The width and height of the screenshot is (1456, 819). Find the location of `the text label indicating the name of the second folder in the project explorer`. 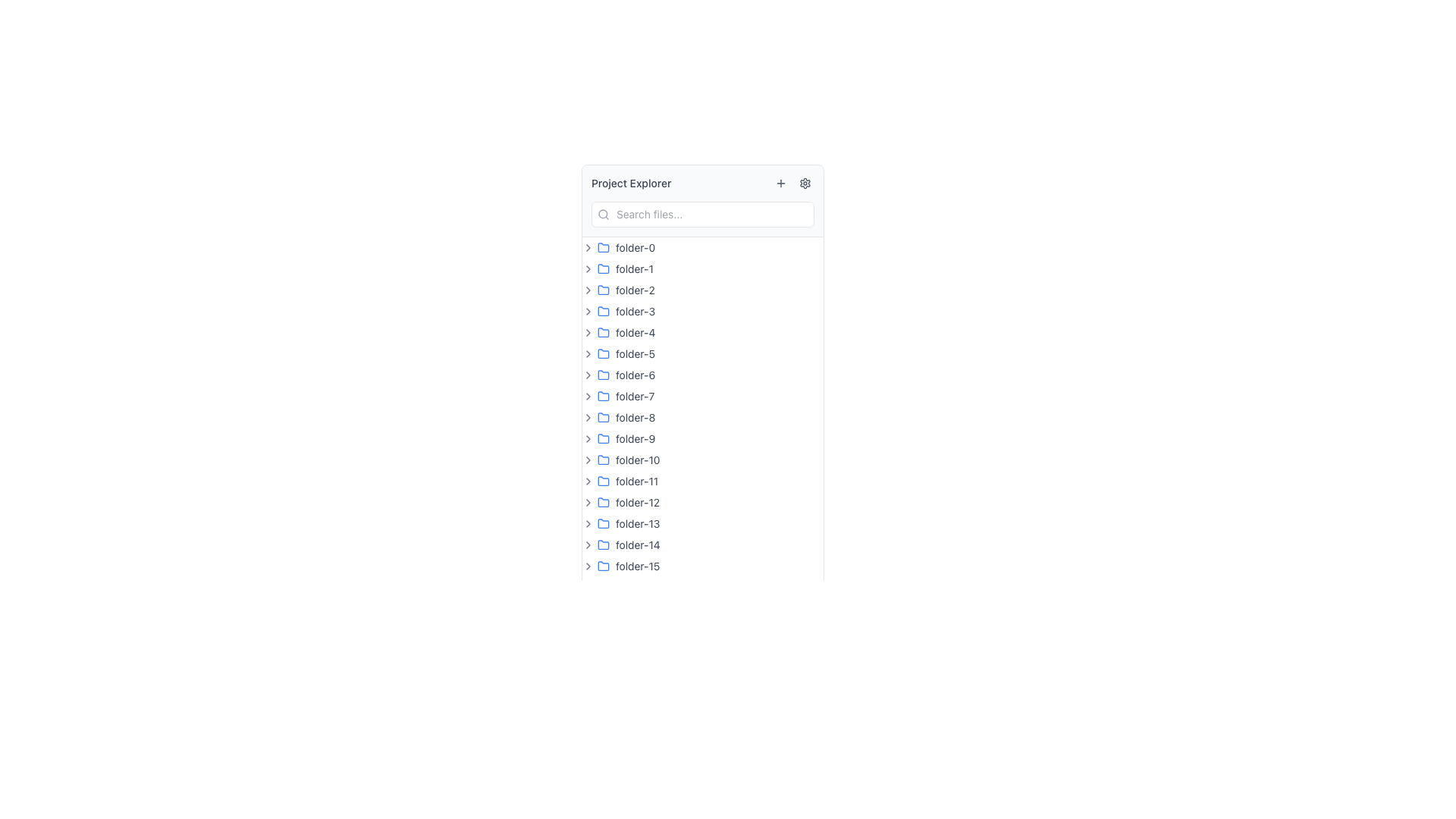

the text label indicating the name of the second folder in the project explorer is located at coordinates (634, 268).